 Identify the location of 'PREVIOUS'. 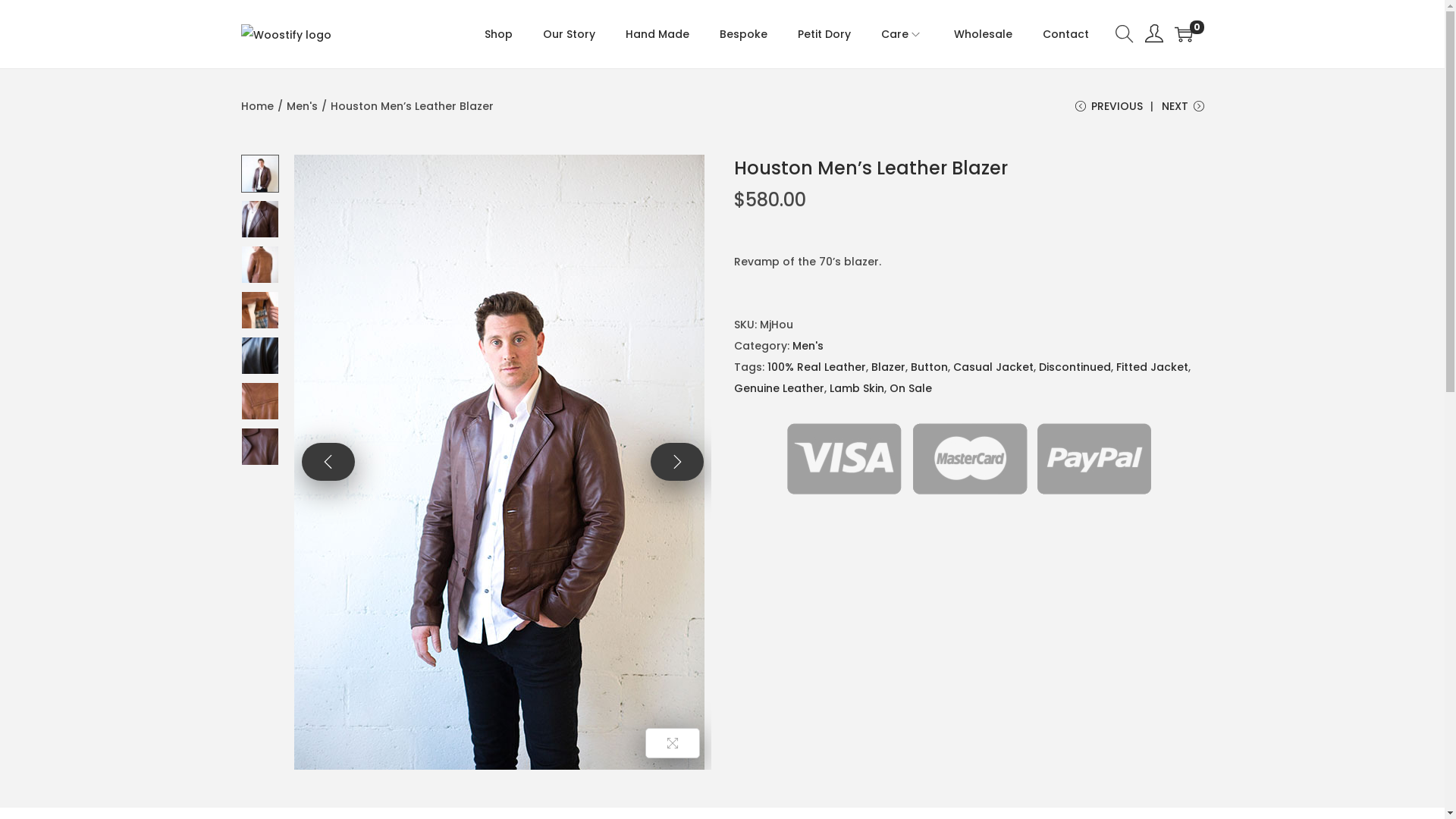
(1109, 111).